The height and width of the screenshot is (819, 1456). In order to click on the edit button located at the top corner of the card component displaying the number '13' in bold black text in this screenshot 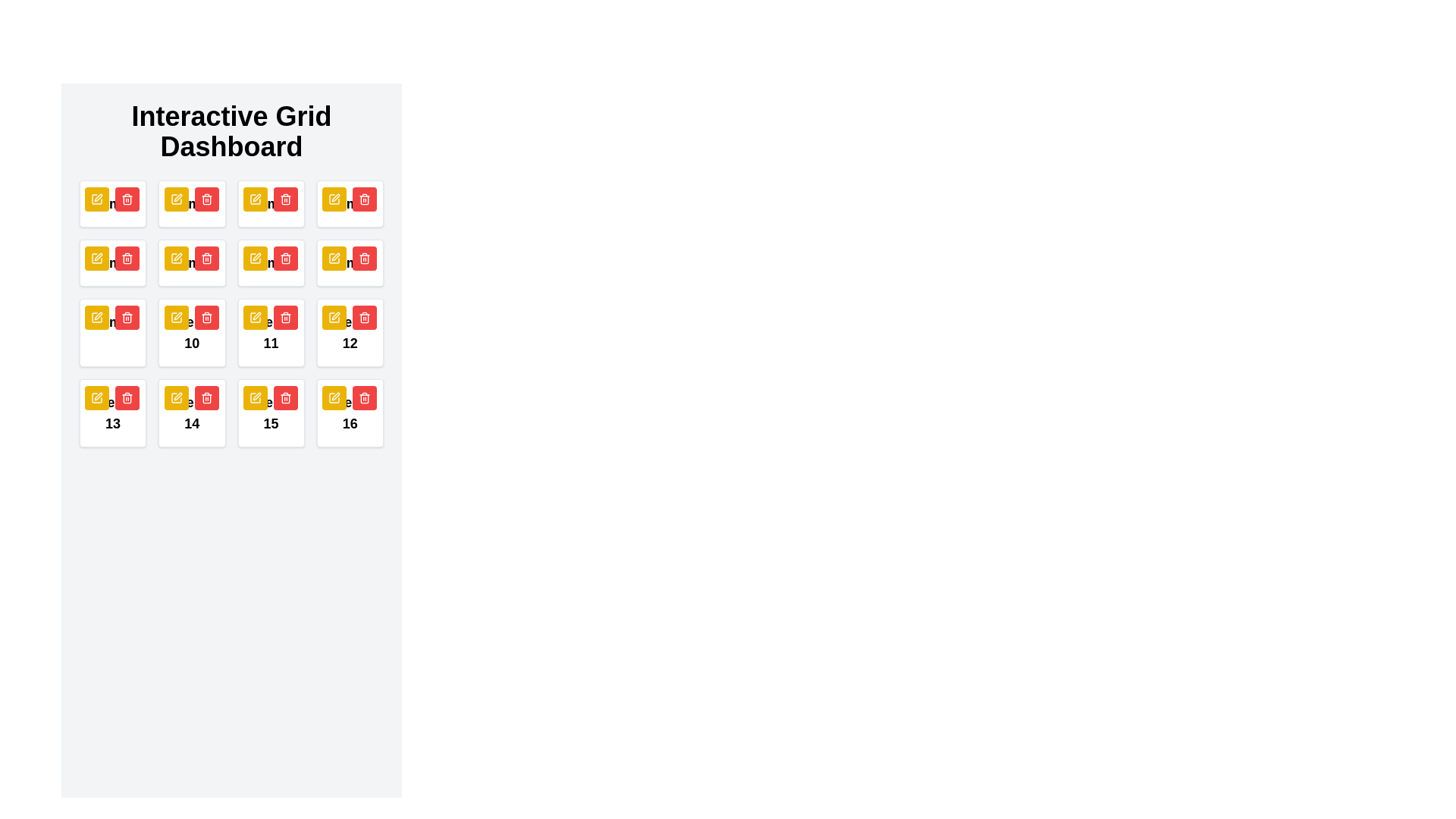, I will do `click(112, 413)`.